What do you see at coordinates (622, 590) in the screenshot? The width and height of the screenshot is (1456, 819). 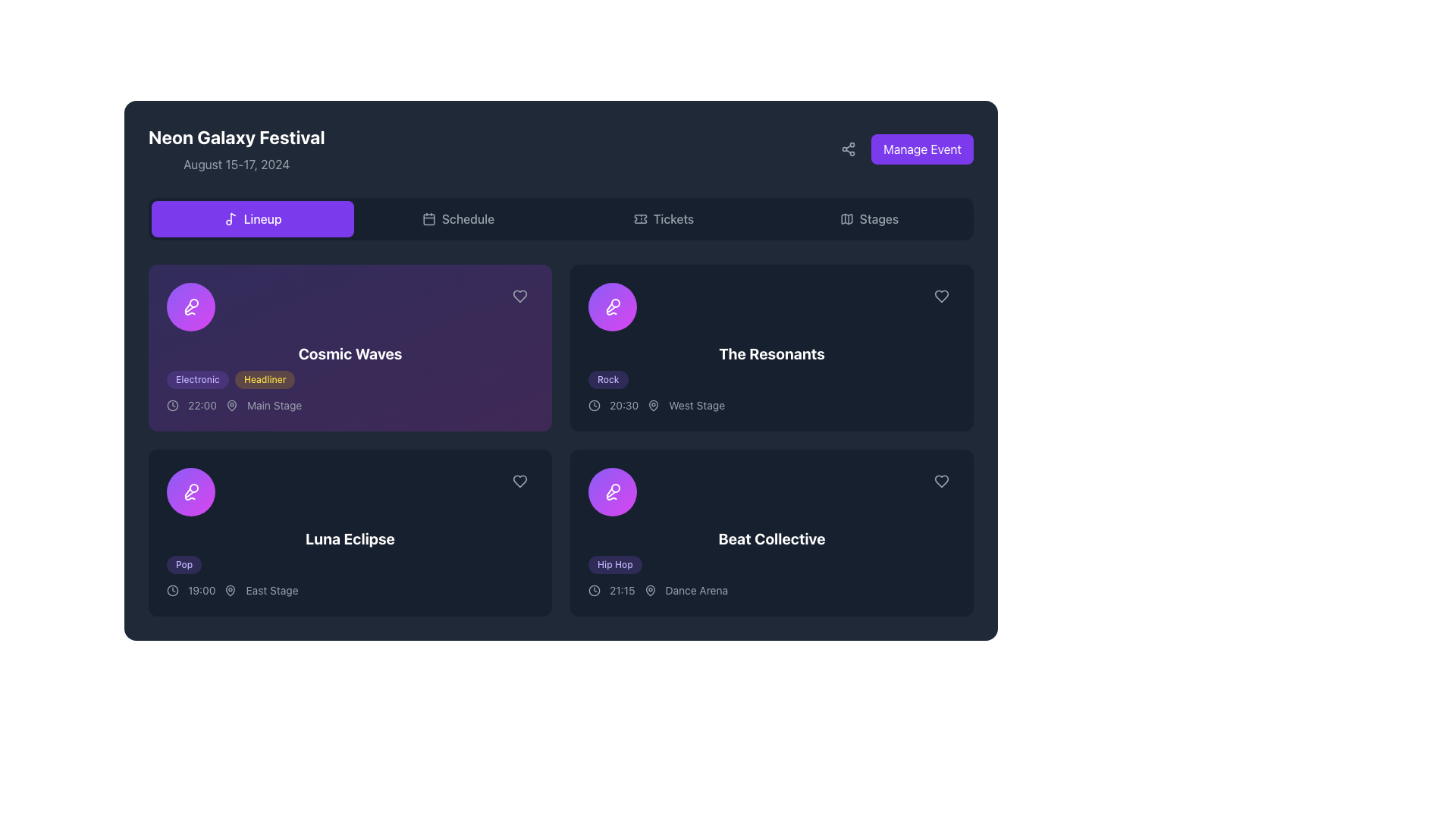 I see `the static text label that displays the scheduled time '21:15', located on the right side of the bottom-right section labeled 'Beat Collective', positioned to the right of a clock icon and before the 'Dance Arena' text` at bounding box center [622, 590].